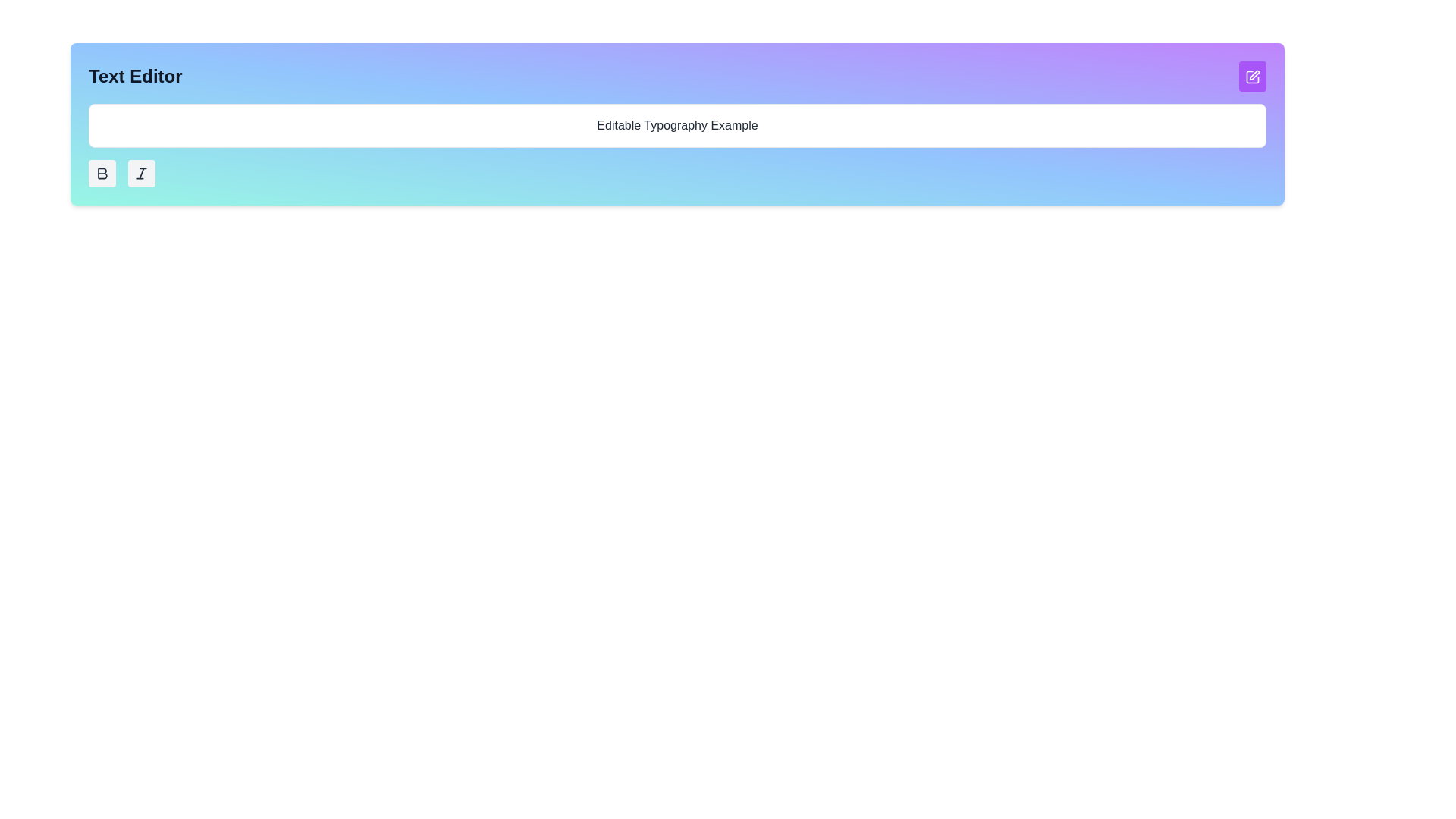 This screenshot has width=1456, height=819. What do you see at coordinates (142, 172) in the screenshot?
I see `the italic icon's line element in the toolbar below the 'Text Editor' label` at bounding box center [142, 172].